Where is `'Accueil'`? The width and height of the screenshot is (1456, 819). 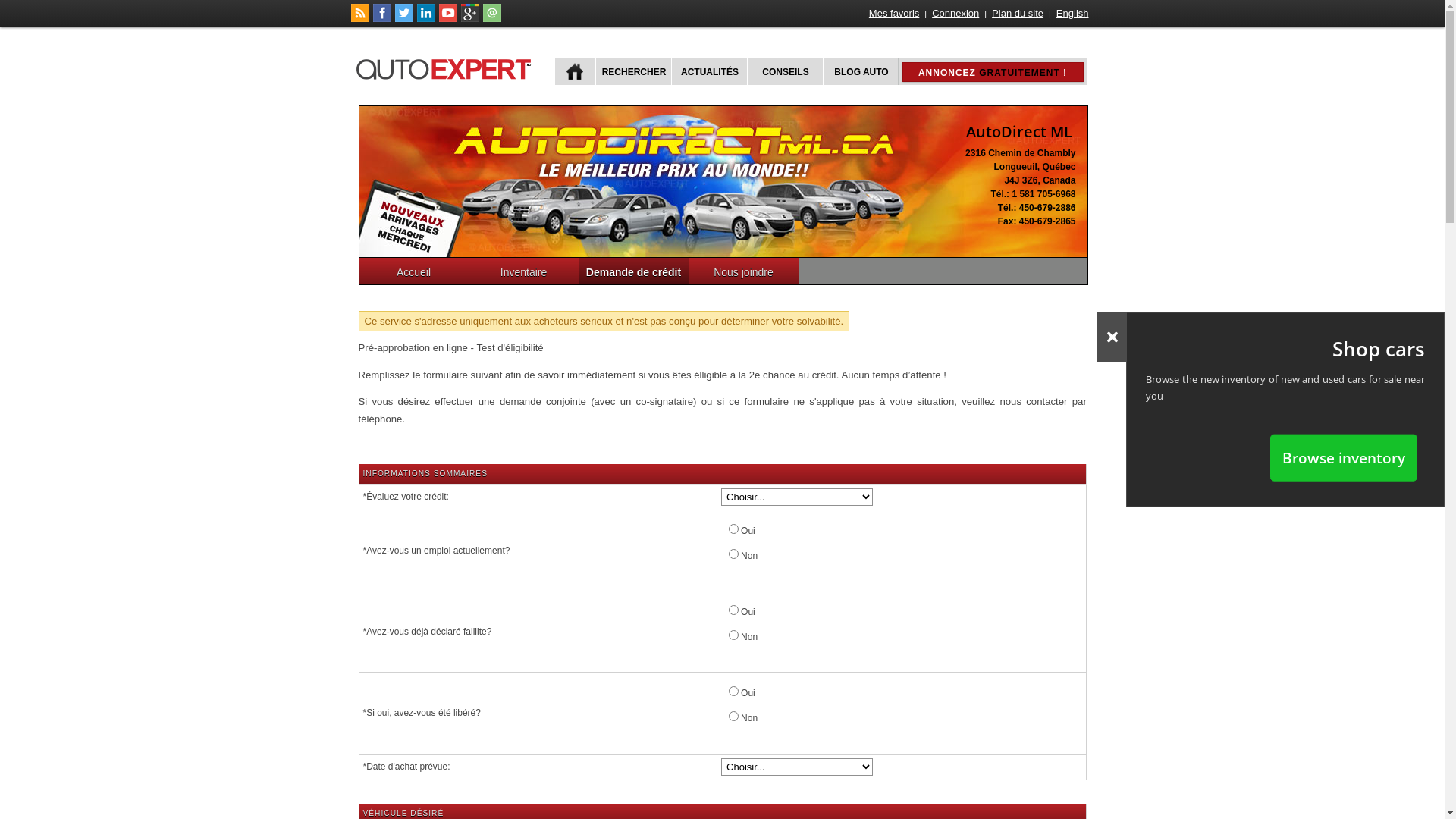 'Accueil' is located at coordinates (414, 270).